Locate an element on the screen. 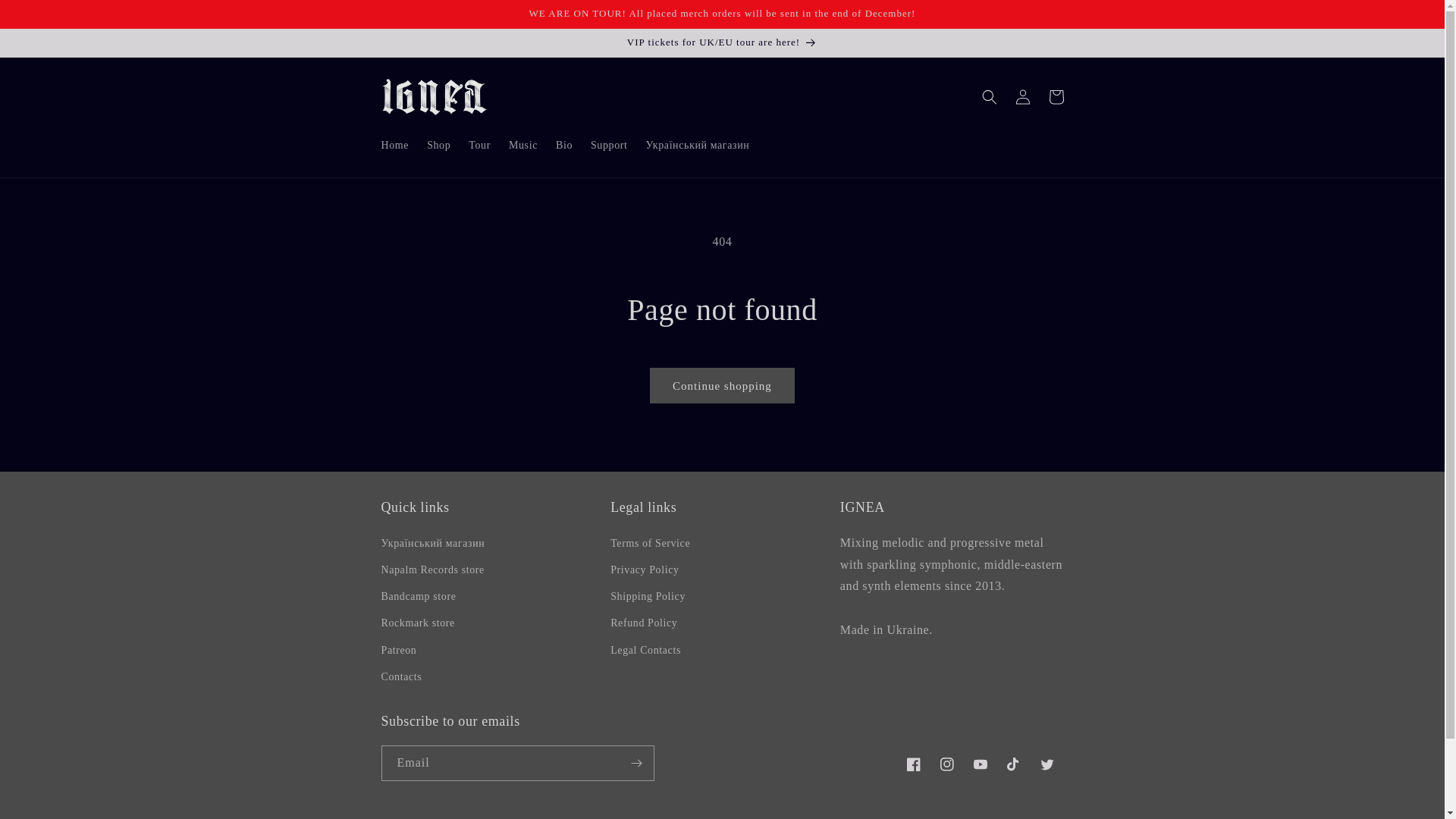  'Rockmark store' is located at coordinates (417, 623).